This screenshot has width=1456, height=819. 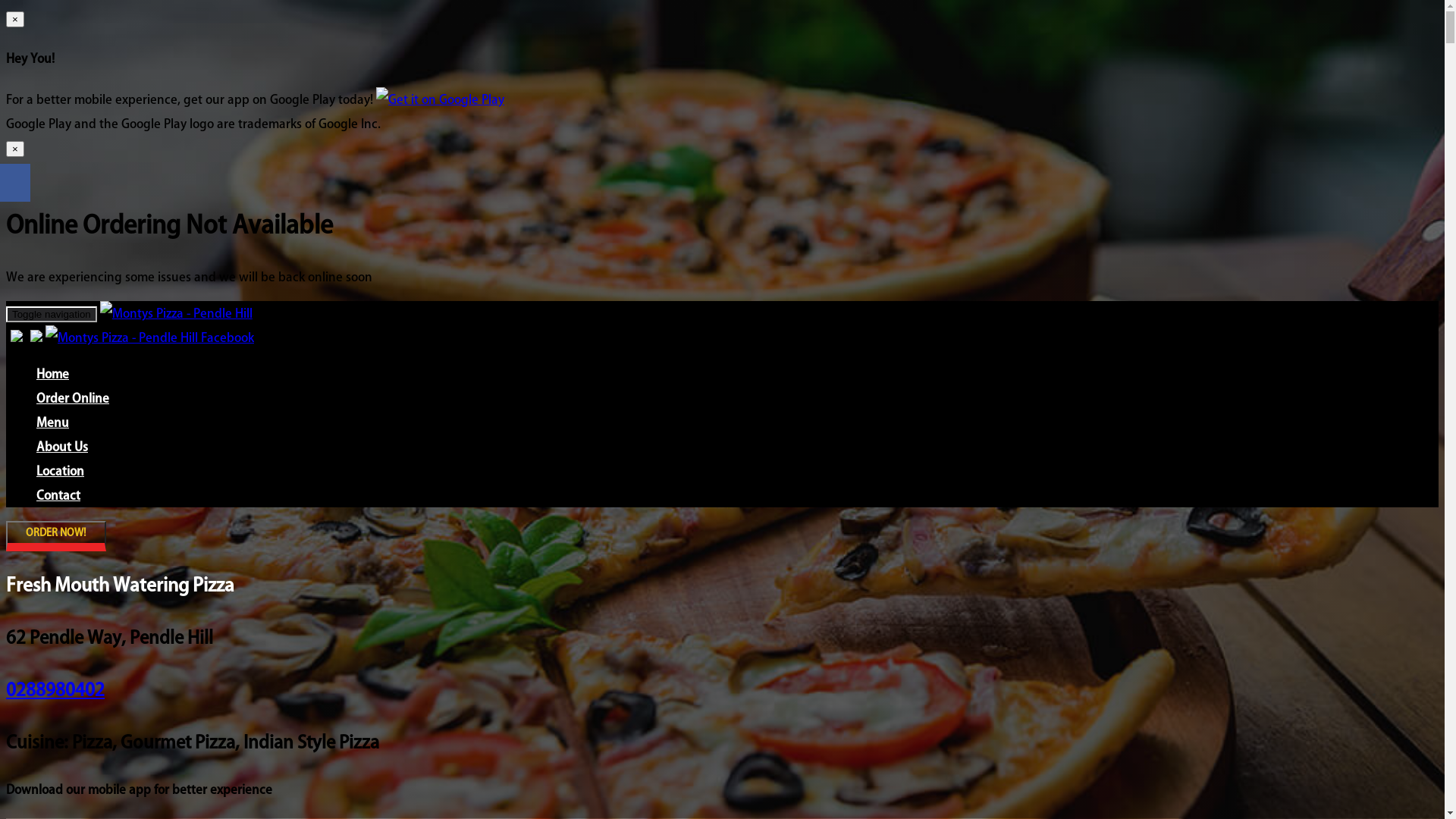 What do you see at coordinates (55, 531) in the screenshot?
I see `'ORDER NOW!'` at bounding box center [55, 531].